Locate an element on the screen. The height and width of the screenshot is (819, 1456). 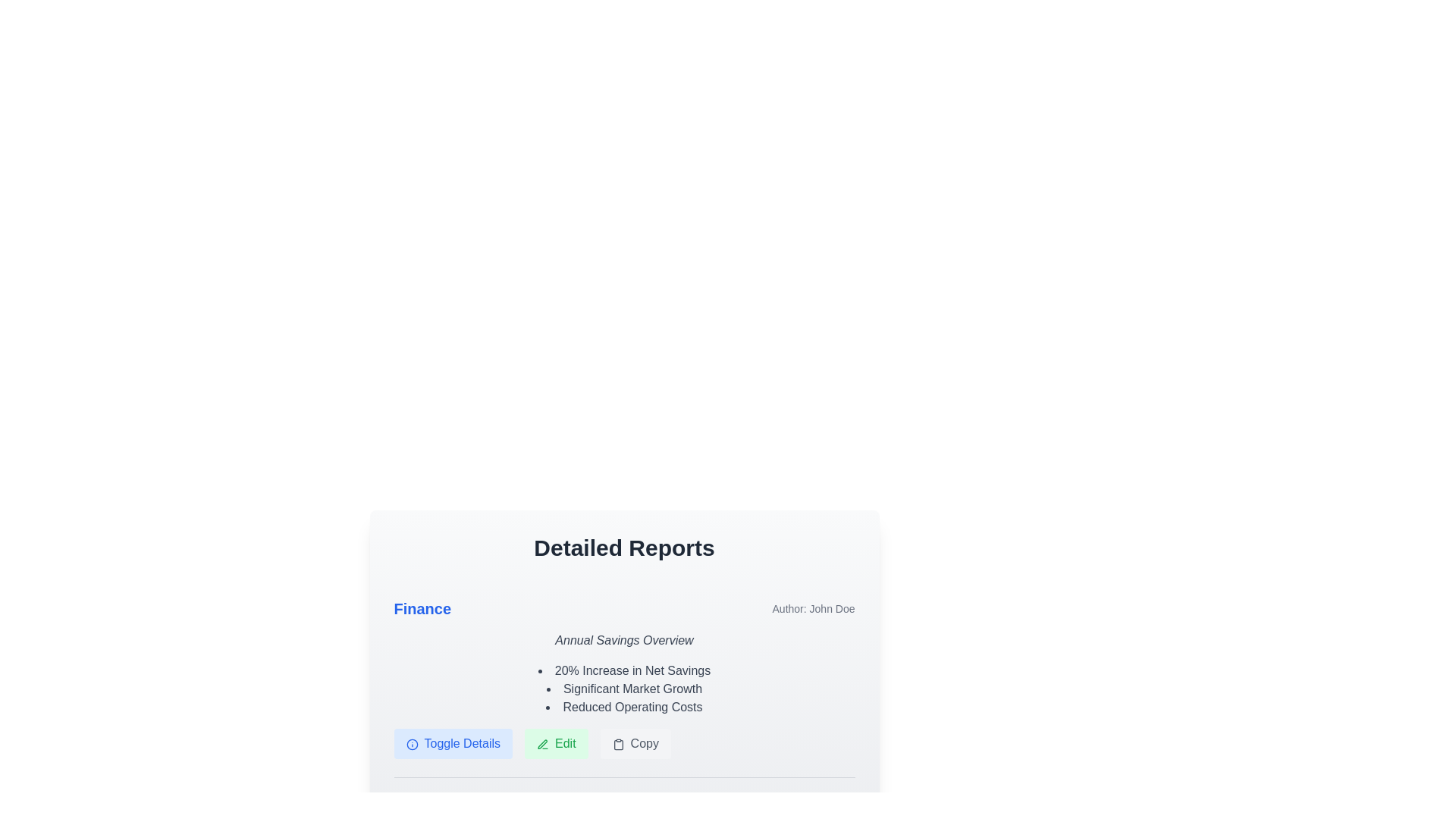
the Text block with bullets located below the title 'Annual Savings Overview' and above the interactive buttons labeled 'Toggle Details,' 'Edit,' and 'Copy.' is located at coordinates (624, 677).